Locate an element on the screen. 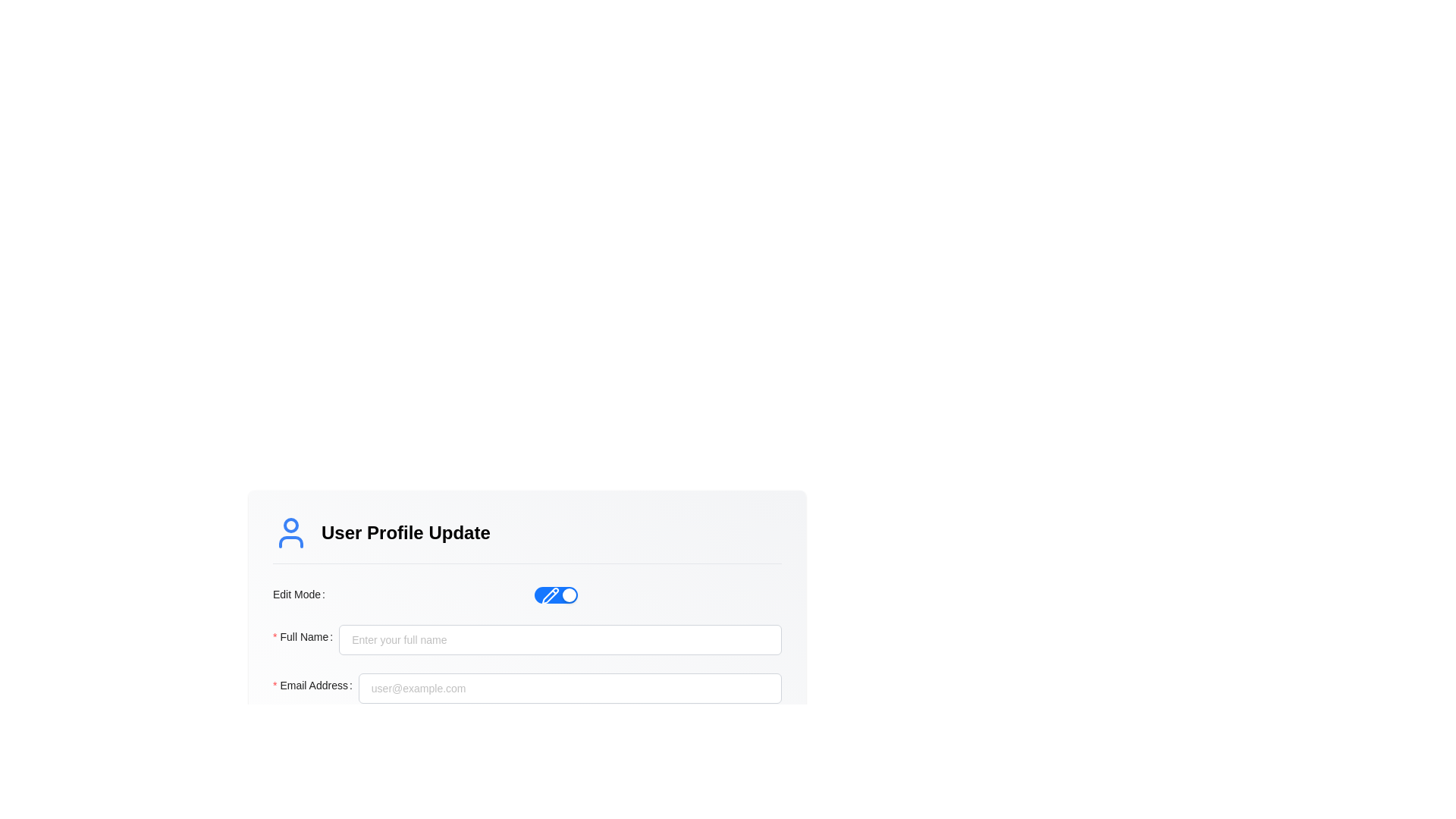 The height and width of the screenshot is (819, 1456). the form input field for full name to focus on it is located at coordinates (527, 640).